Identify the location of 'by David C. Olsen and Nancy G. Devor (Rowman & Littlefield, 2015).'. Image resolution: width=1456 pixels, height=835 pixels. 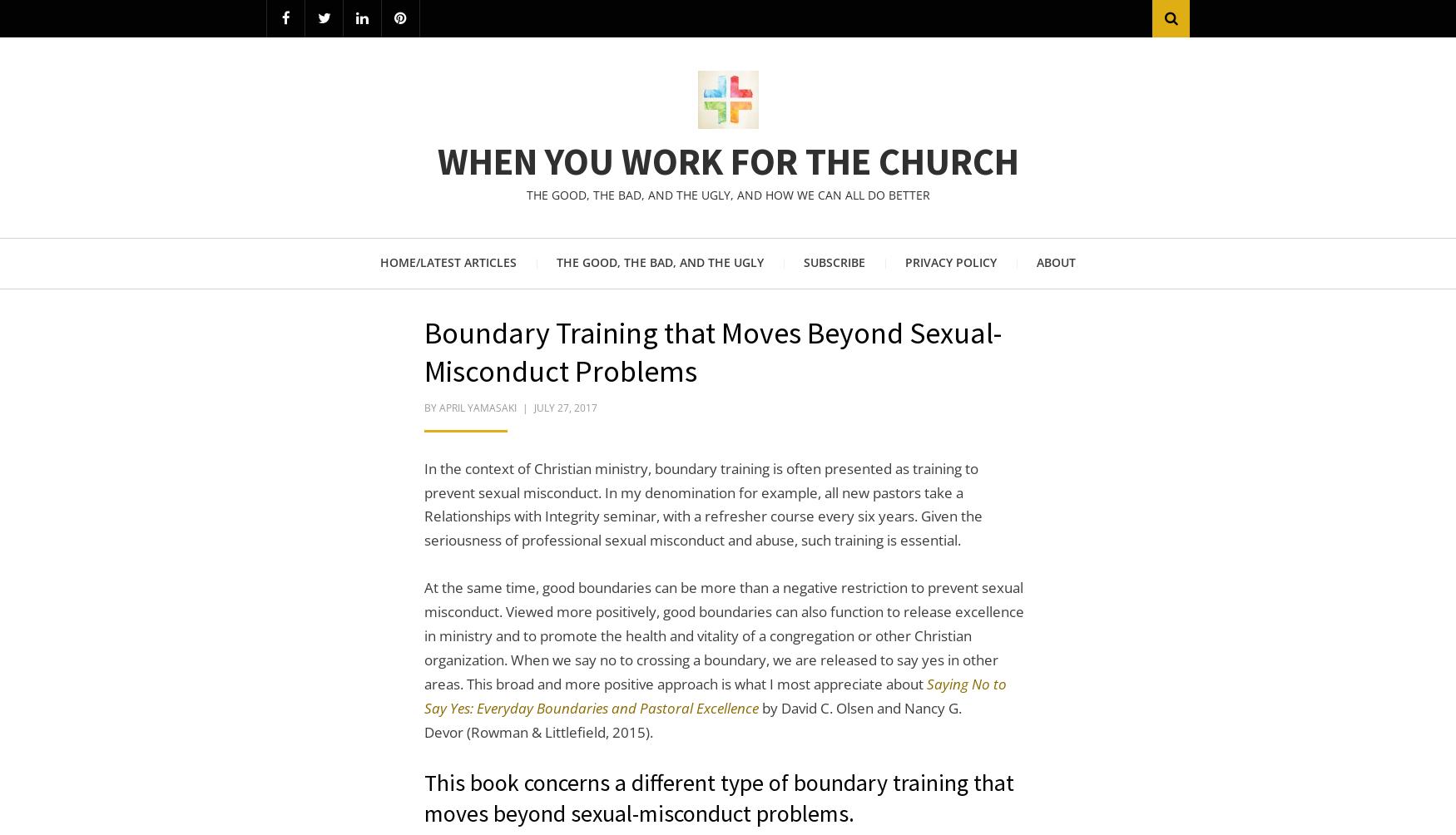
(423, 719).